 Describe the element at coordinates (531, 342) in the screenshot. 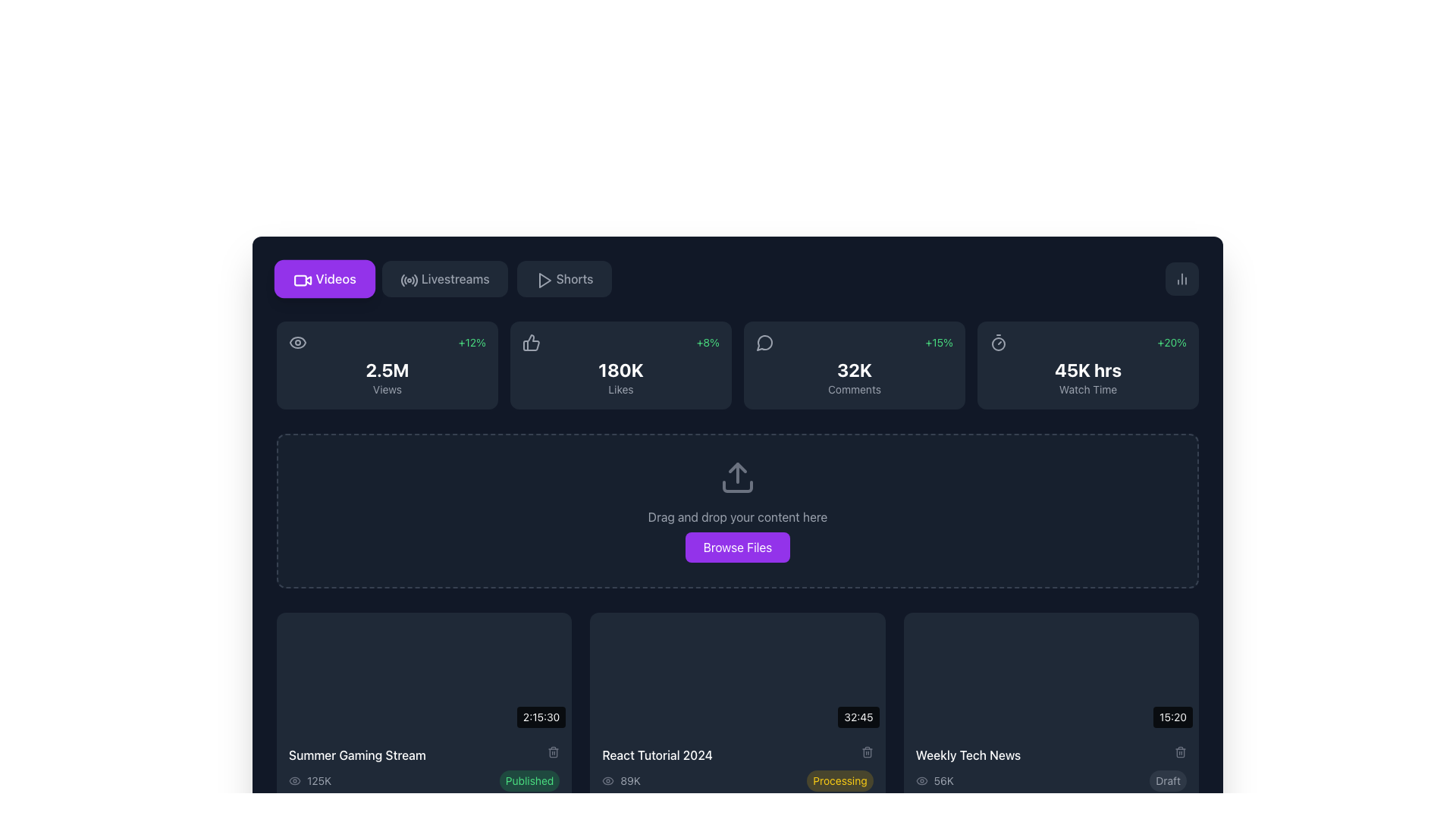

I see `the SVG icon representing 'likes' located to the left of the text '+8%' within the card labeled '180K Likes'` at that location.